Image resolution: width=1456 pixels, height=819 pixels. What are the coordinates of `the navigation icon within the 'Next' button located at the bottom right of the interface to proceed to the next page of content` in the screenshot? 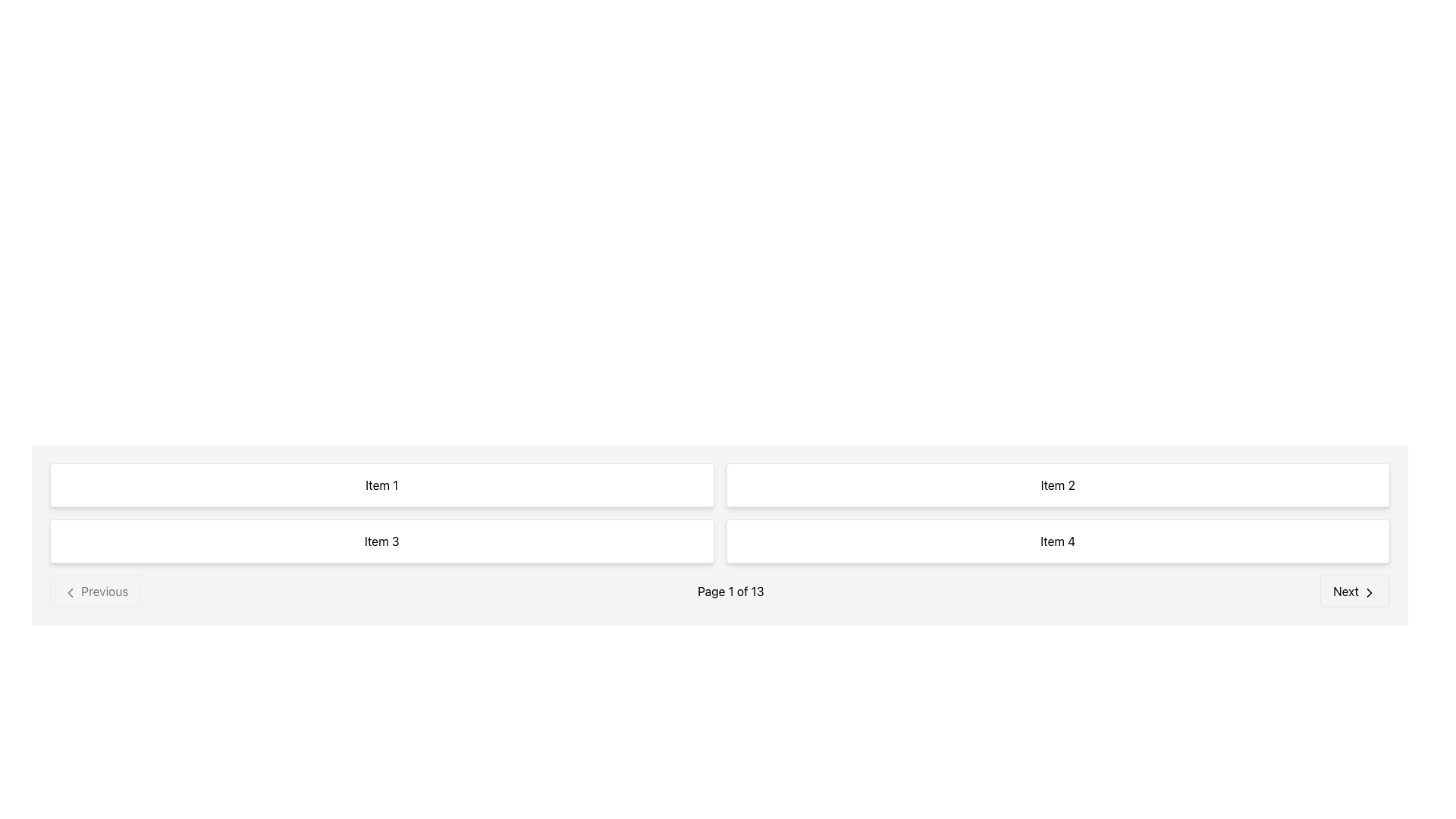 It's located at (1369, 591).